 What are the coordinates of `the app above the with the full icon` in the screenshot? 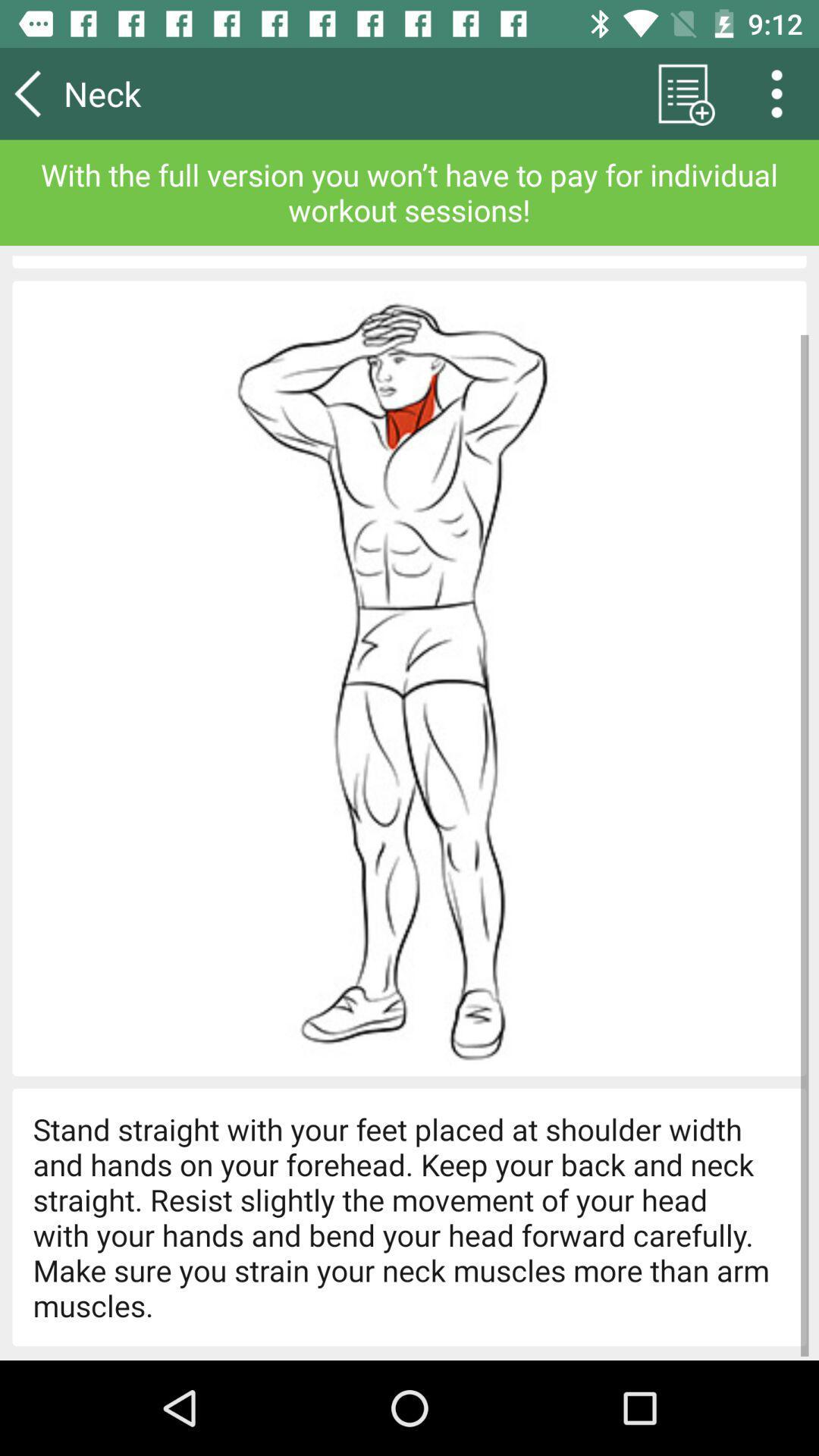 It's located at (682, 93).